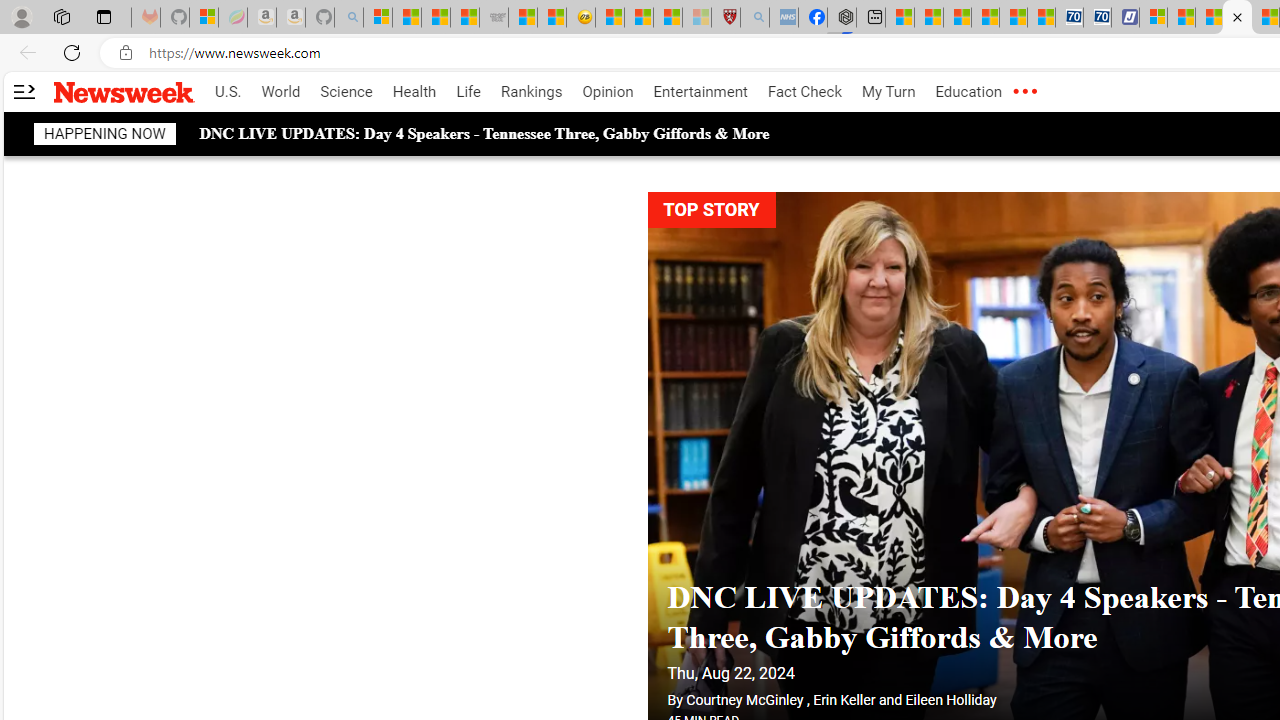 The image size is (1280, 720). I want to click on 'Entertainment', so click(700, 92).